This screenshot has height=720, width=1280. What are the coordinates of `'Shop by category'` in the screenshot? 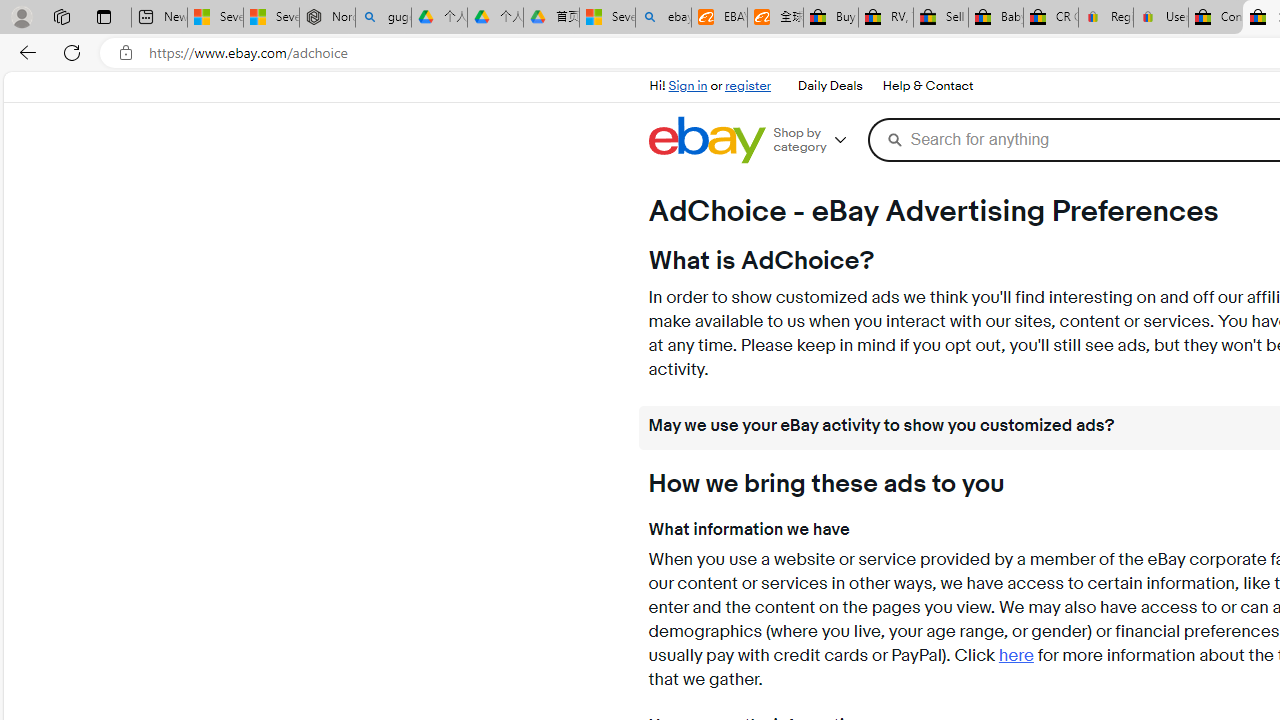 It's located at (817, 139).